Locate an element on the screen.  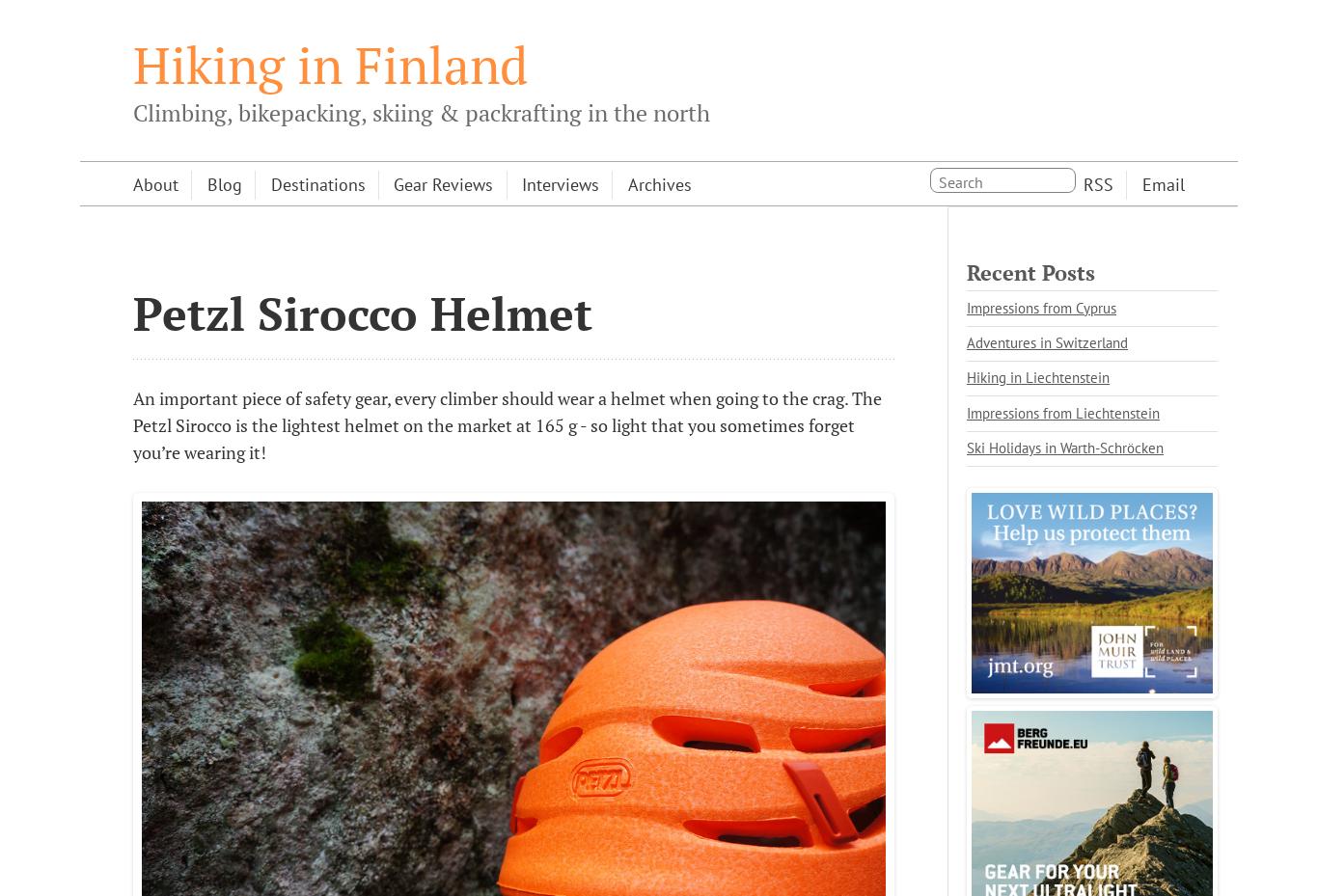
'An important piece of safety gear, every climber should wear a helmet when going to the crag. The Petzl Sirocco is the lightest helmet on the market at 165 g - so light that you sometimes forget you’re wearing it!' is located at coordinates (131, 423).